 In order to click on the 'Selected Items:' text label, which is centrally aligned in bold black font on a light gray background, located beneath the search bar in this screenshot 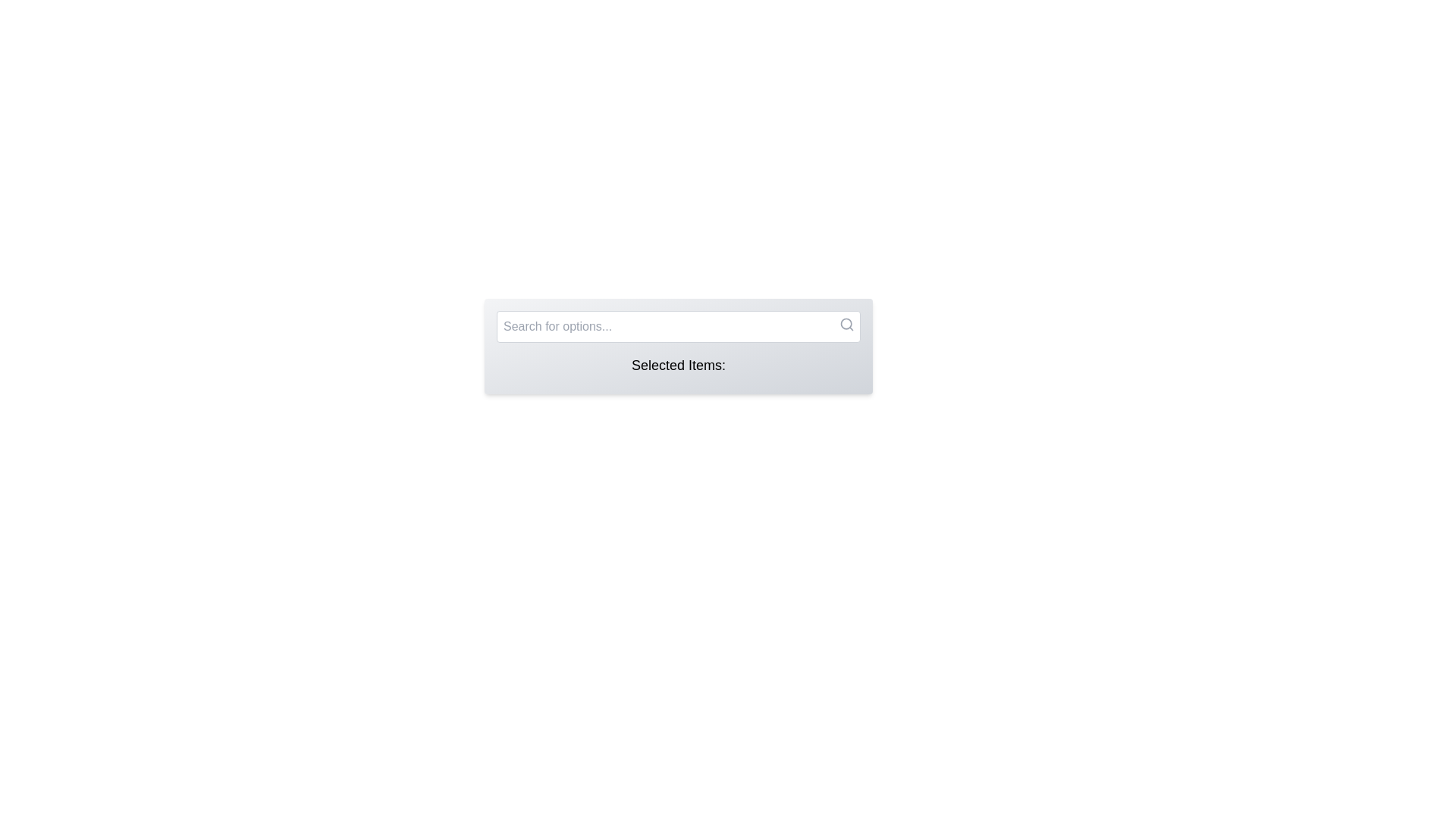, I will do `click(677, 369)`.